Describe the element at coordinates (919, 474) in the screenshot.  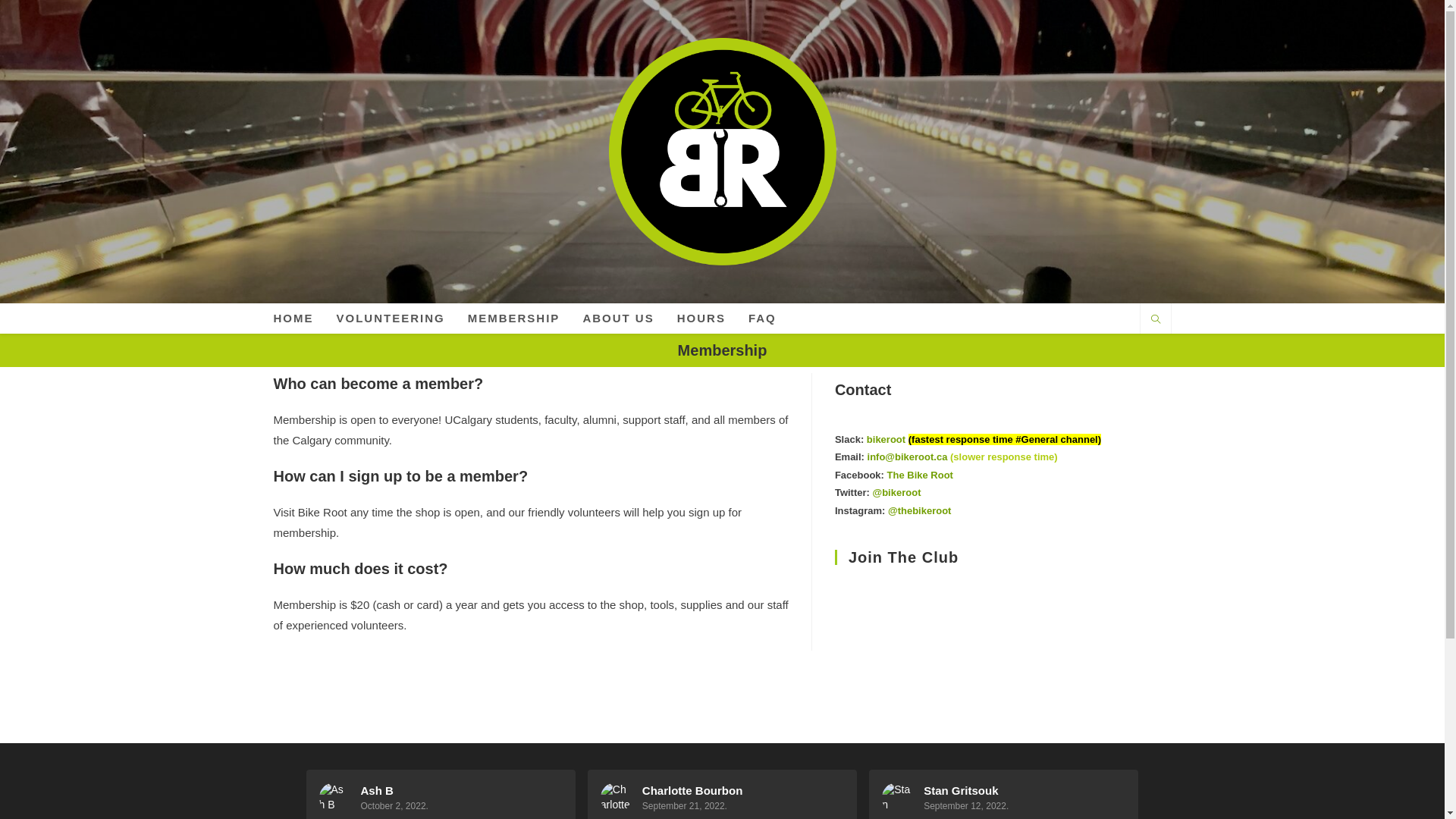
I see `'The Bike Root'` at that location.